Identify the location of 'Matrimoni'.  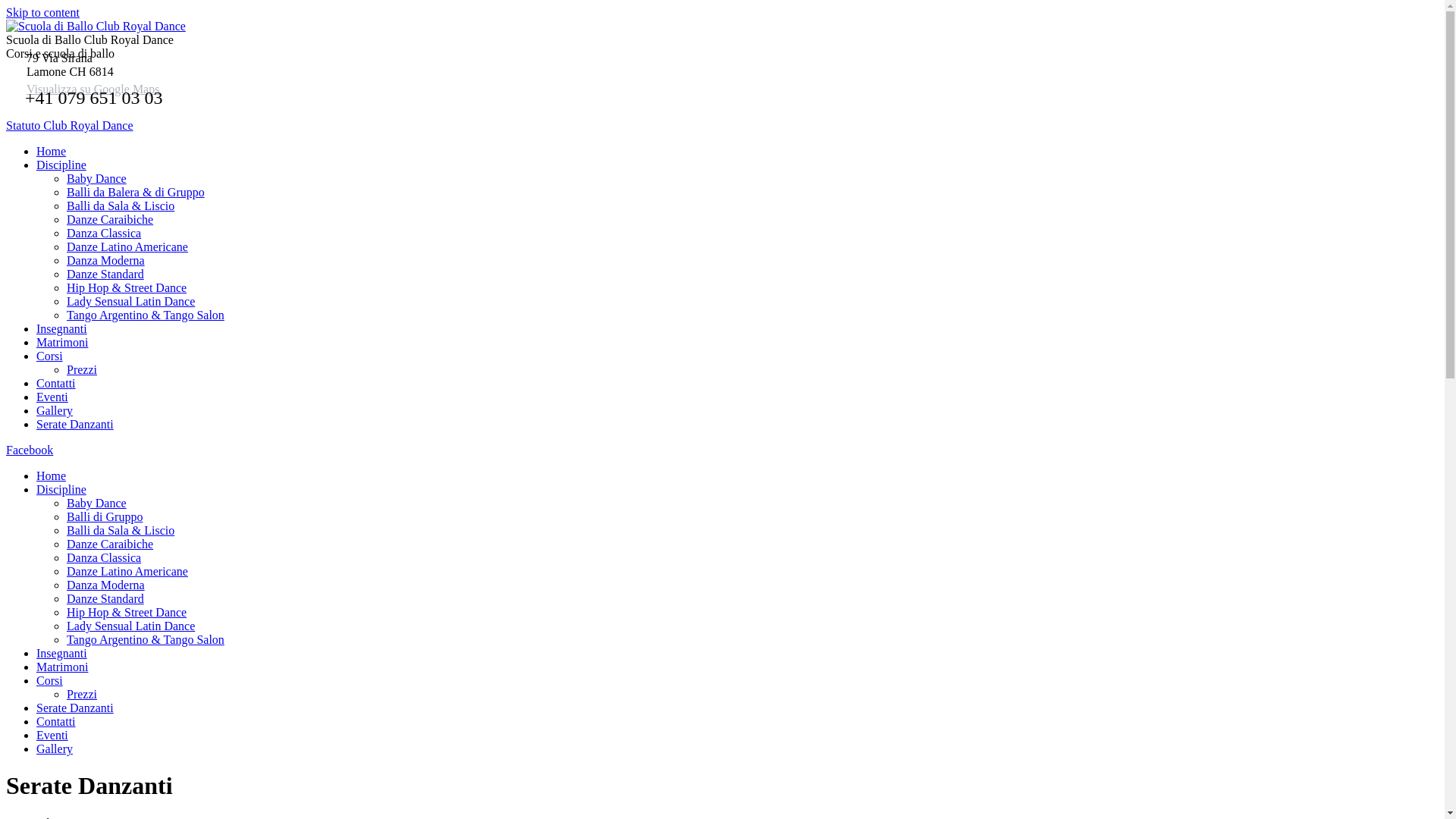
(61, 666).